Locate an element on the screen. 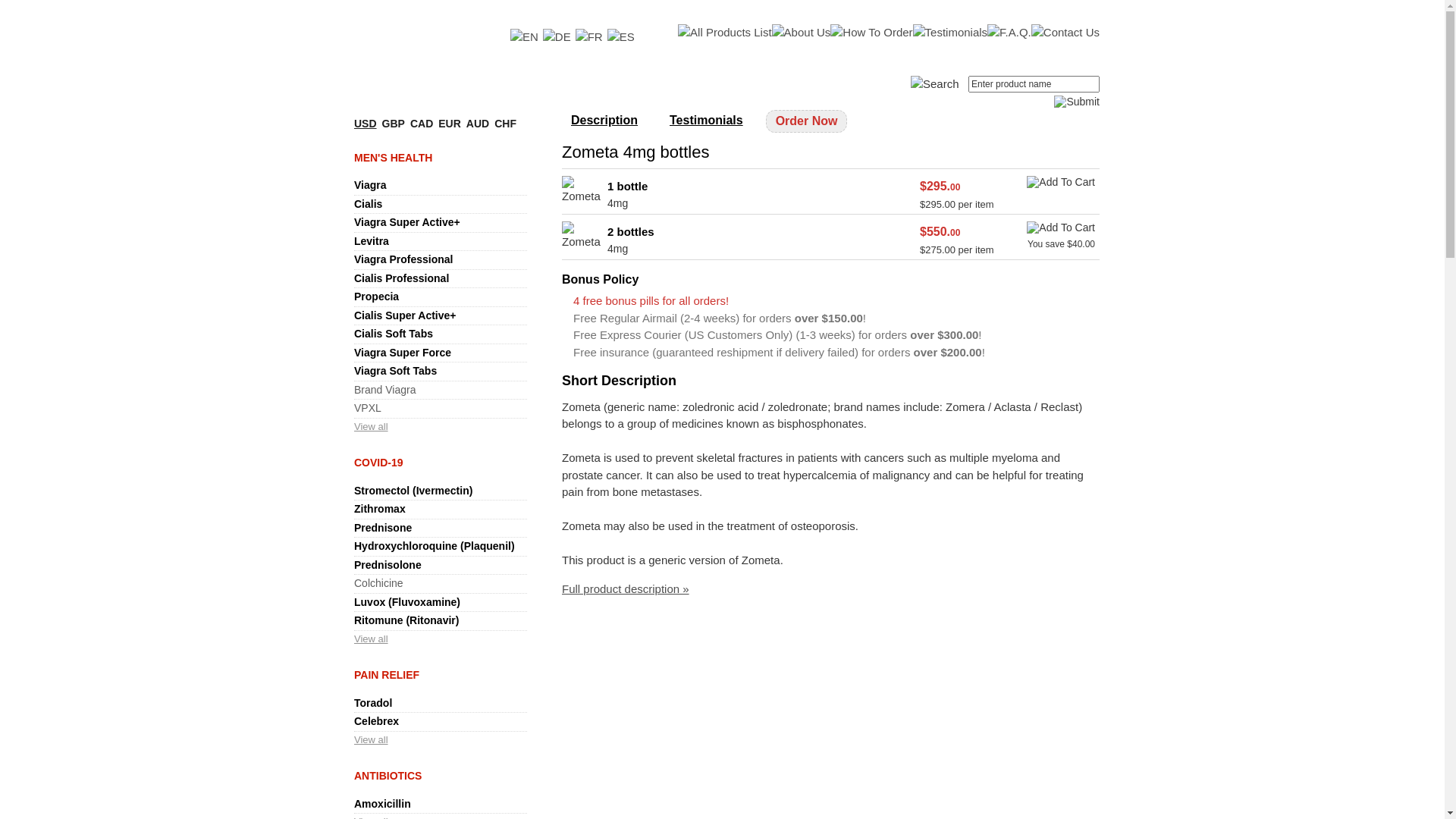 Image resolution: width=1456 pixels, height=819 pixels. 'Celebrex' is located at coordinates (353, 720).